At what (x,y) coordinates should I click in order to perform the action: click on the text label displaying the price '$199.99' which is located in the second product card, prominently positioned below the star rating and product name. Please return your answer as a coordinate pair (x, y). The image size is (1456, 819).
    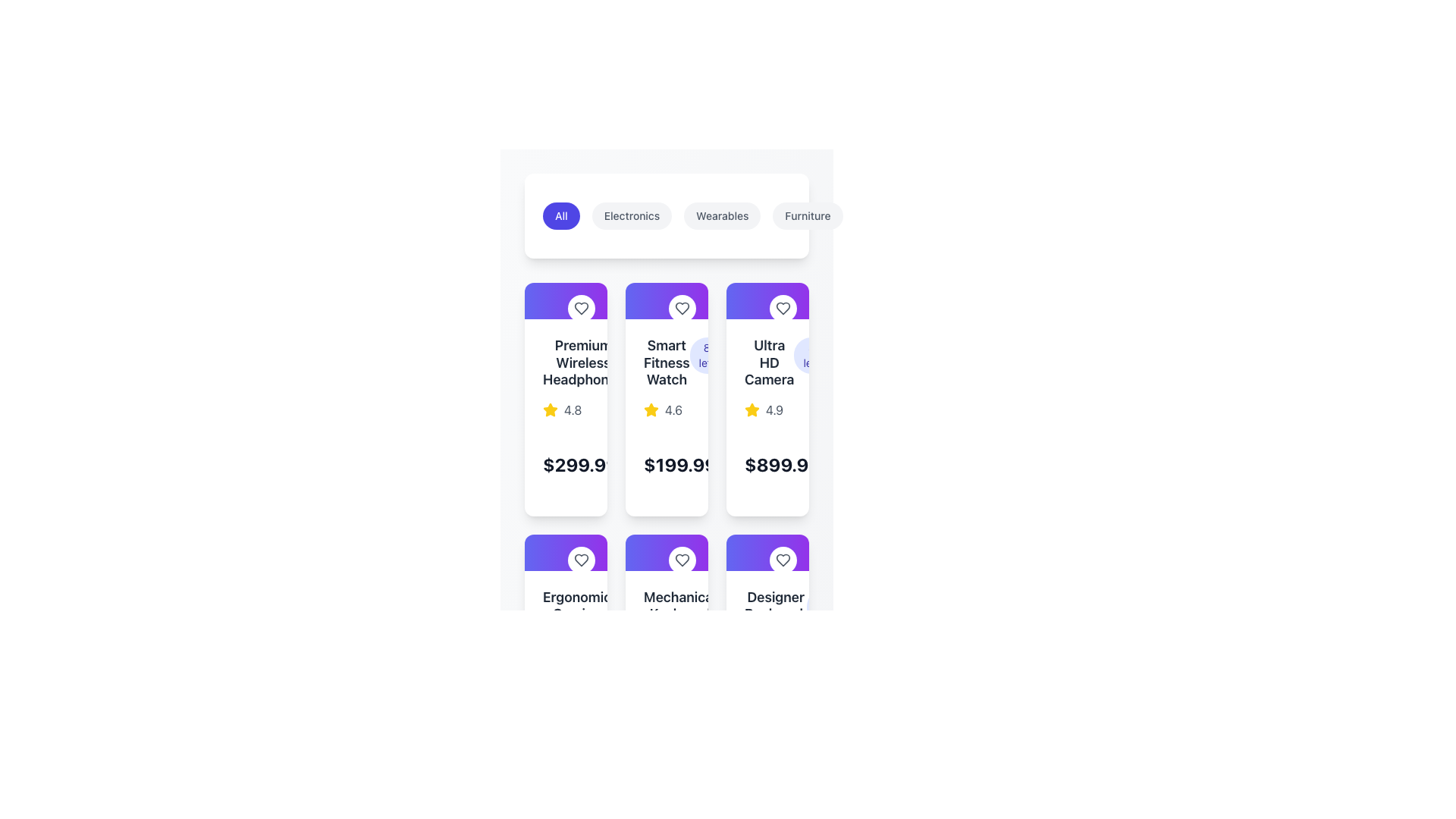
    Looking at the image, I should click on (679, 463).